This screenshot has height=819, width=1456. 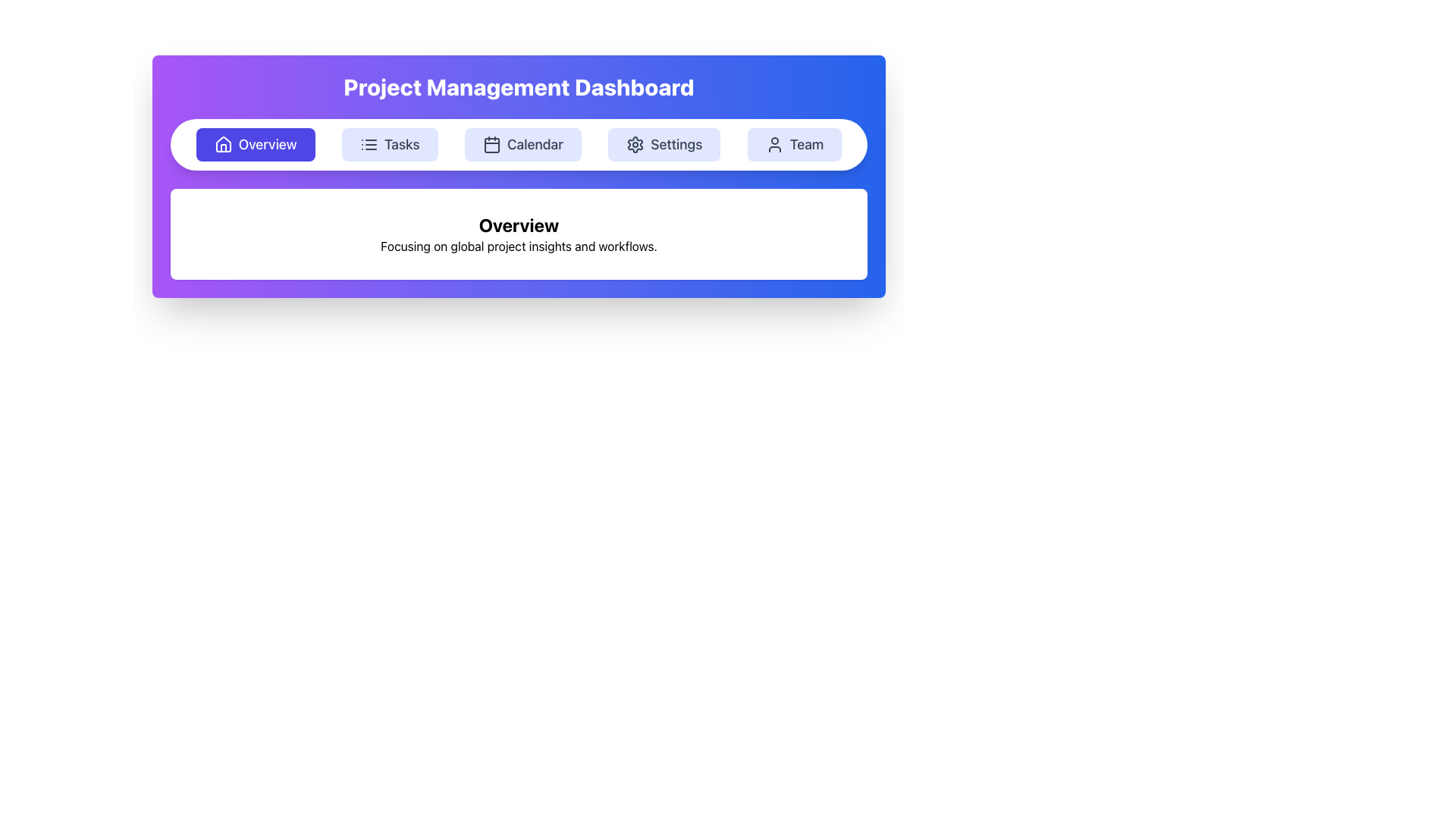 What do you see at coordinates (390, 145) in the screenshot?
I see `the 'Tasks' button, which is the second button from the left in the navigation bar` at bounding box center [390, 145].